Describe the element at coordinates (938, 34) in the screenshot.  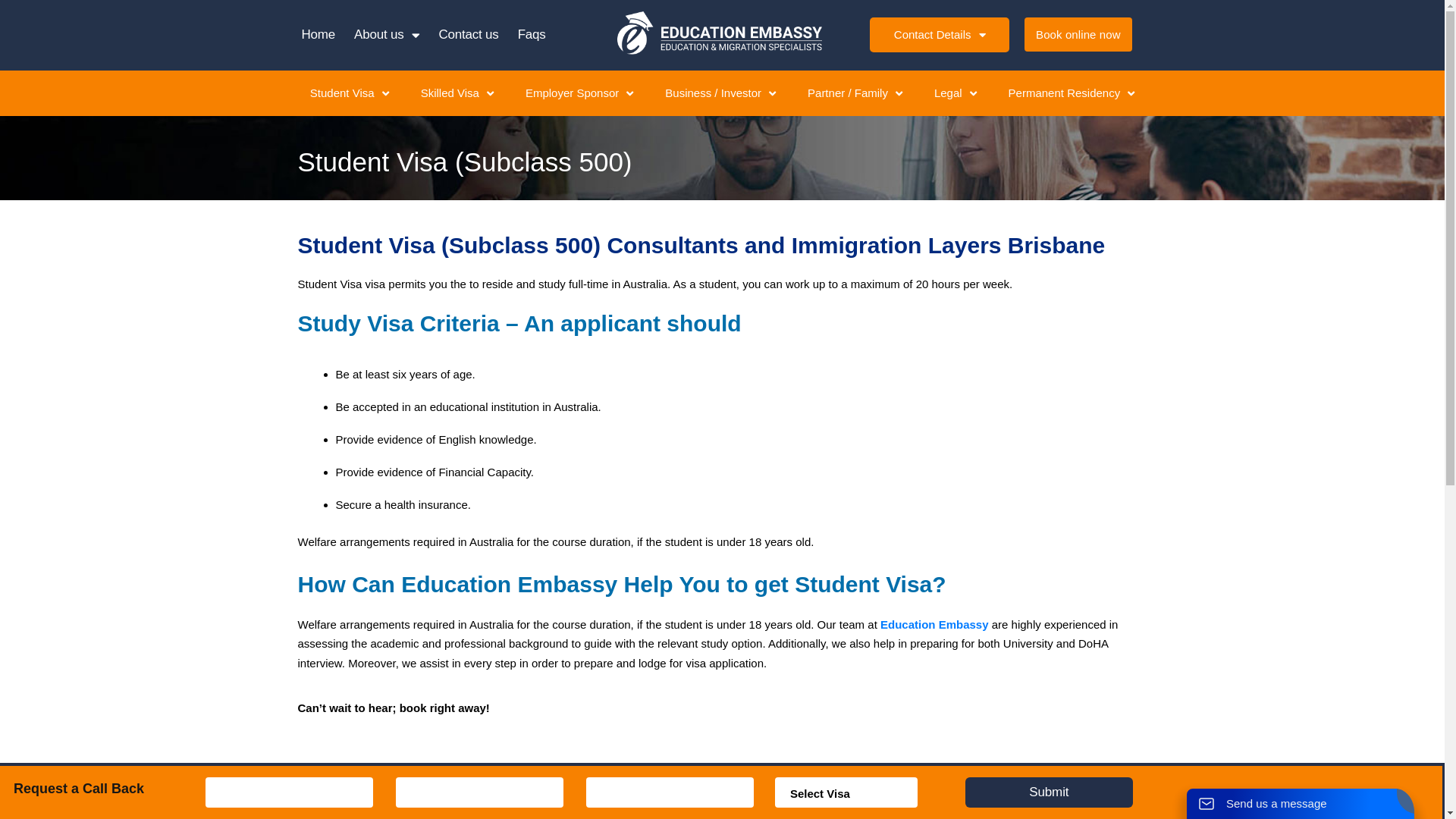
I see `'Contact Details'` at that location.